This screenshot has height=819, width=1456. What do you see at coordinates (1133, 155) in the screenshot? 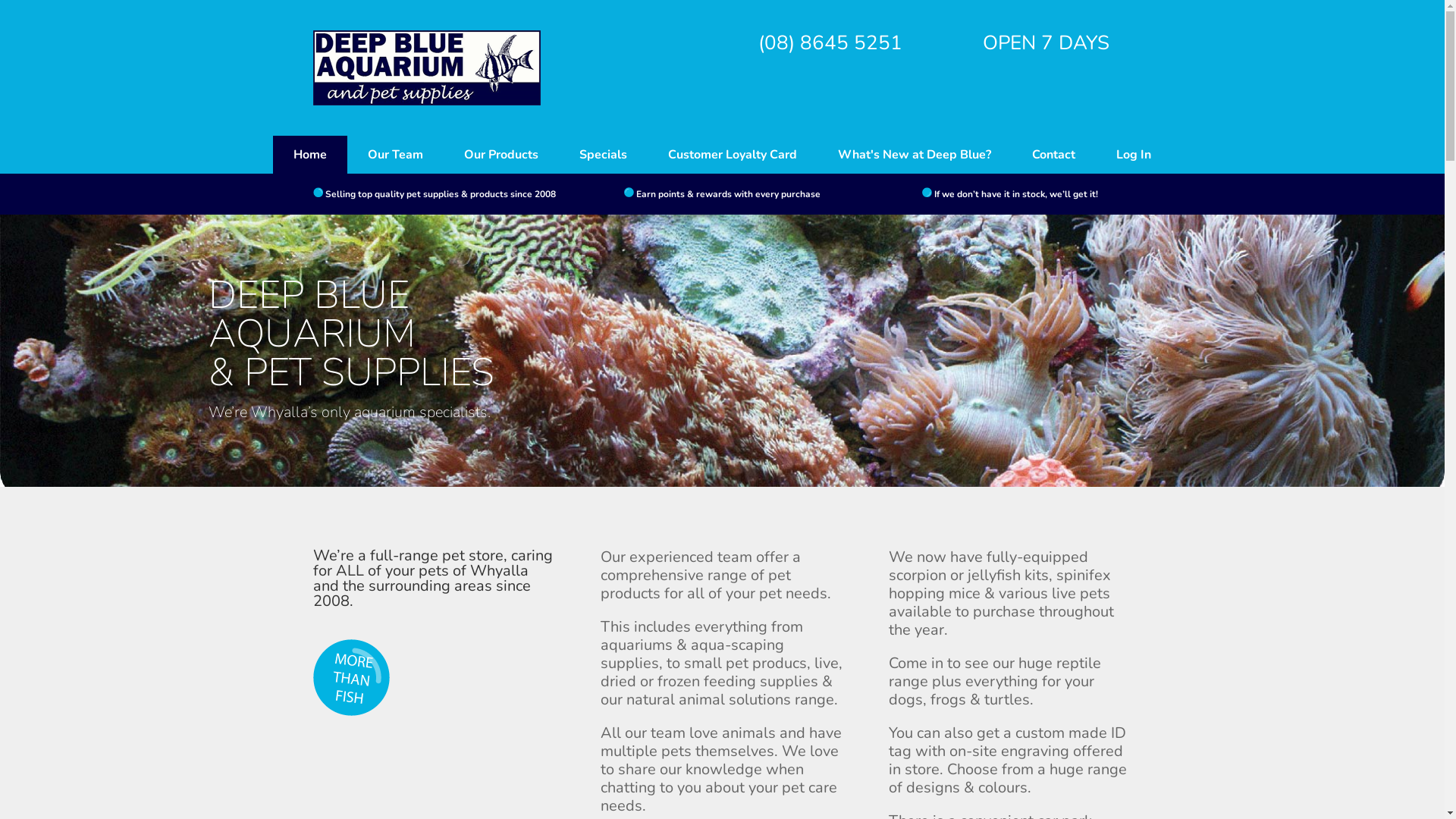
I see `'Log In'` at bounding box center [1133, 155].